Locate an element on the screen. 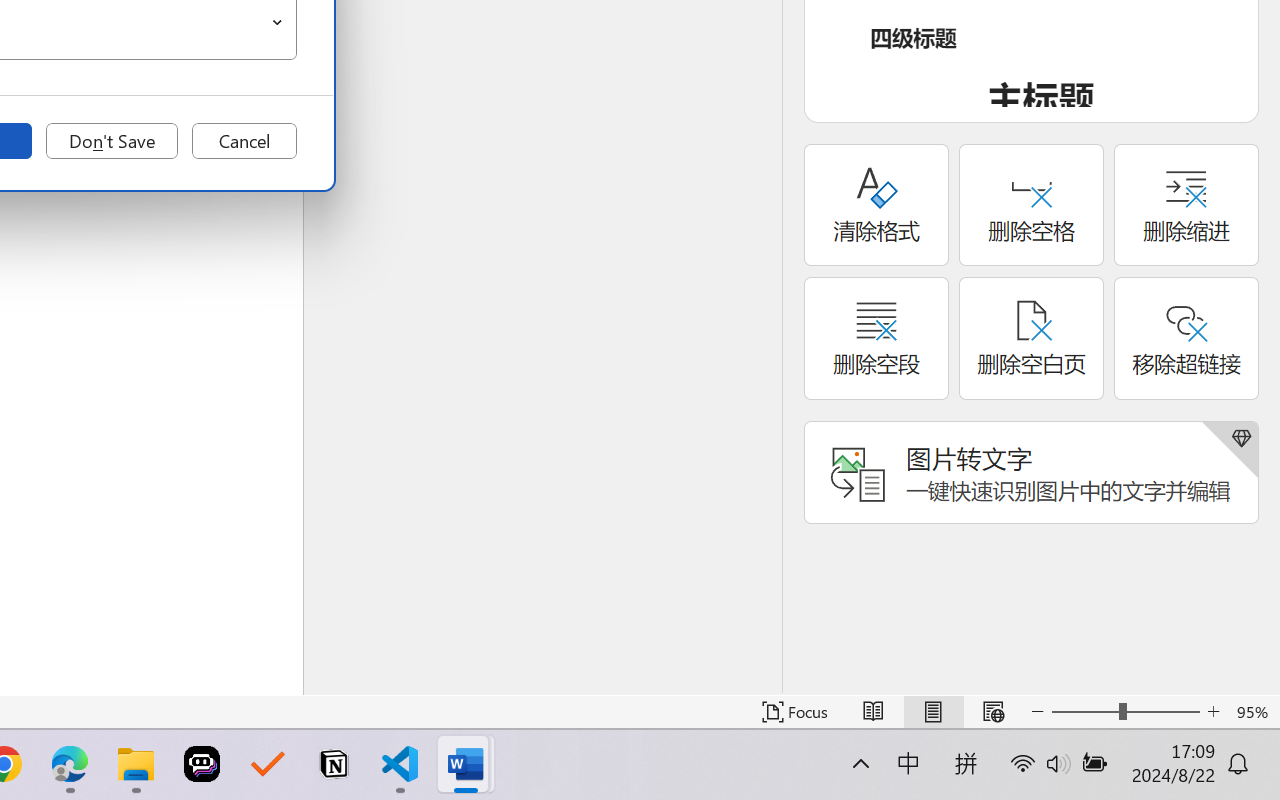 The width and height of the screenshot is (1280, 800). 'Cancel' is located at coordinates (243, 141).